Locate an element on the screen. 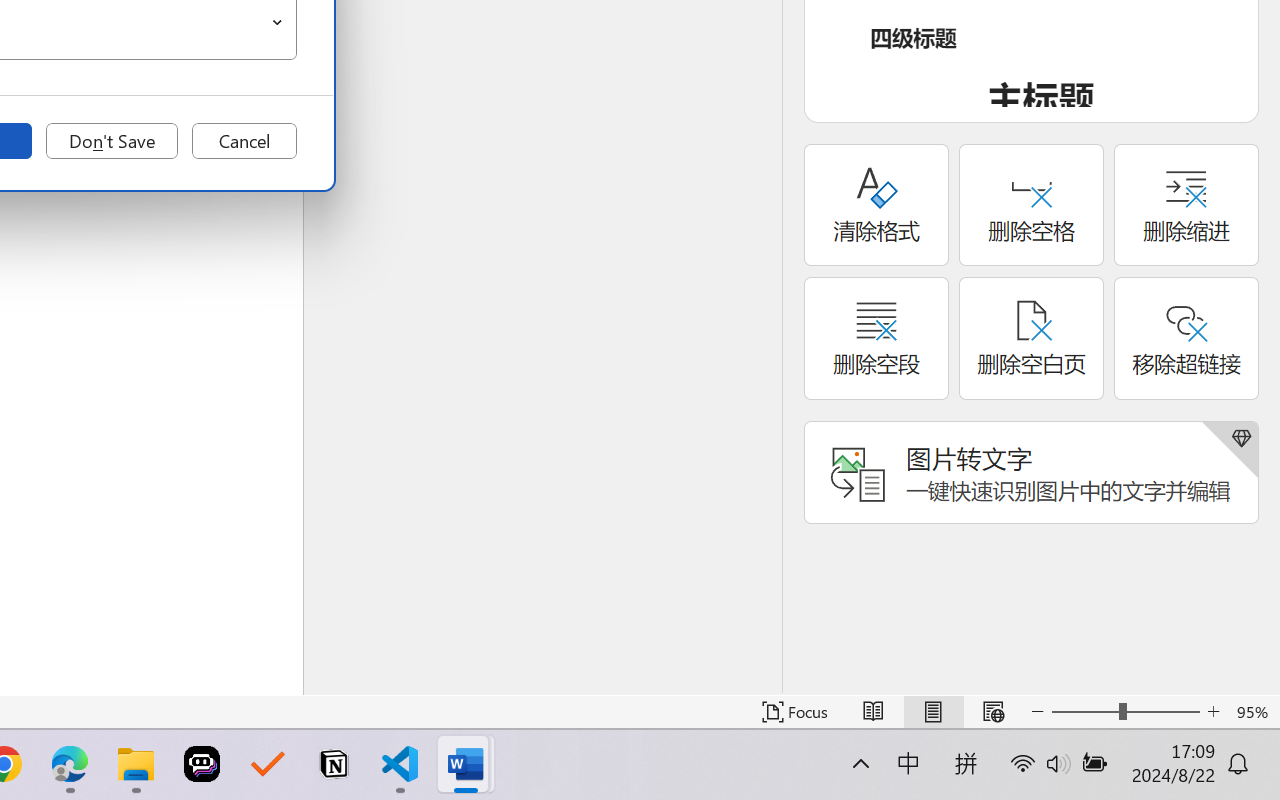 The width and height of the screenshot is (1280, 800). 'Cancel' is located at coordinates (243, 141).